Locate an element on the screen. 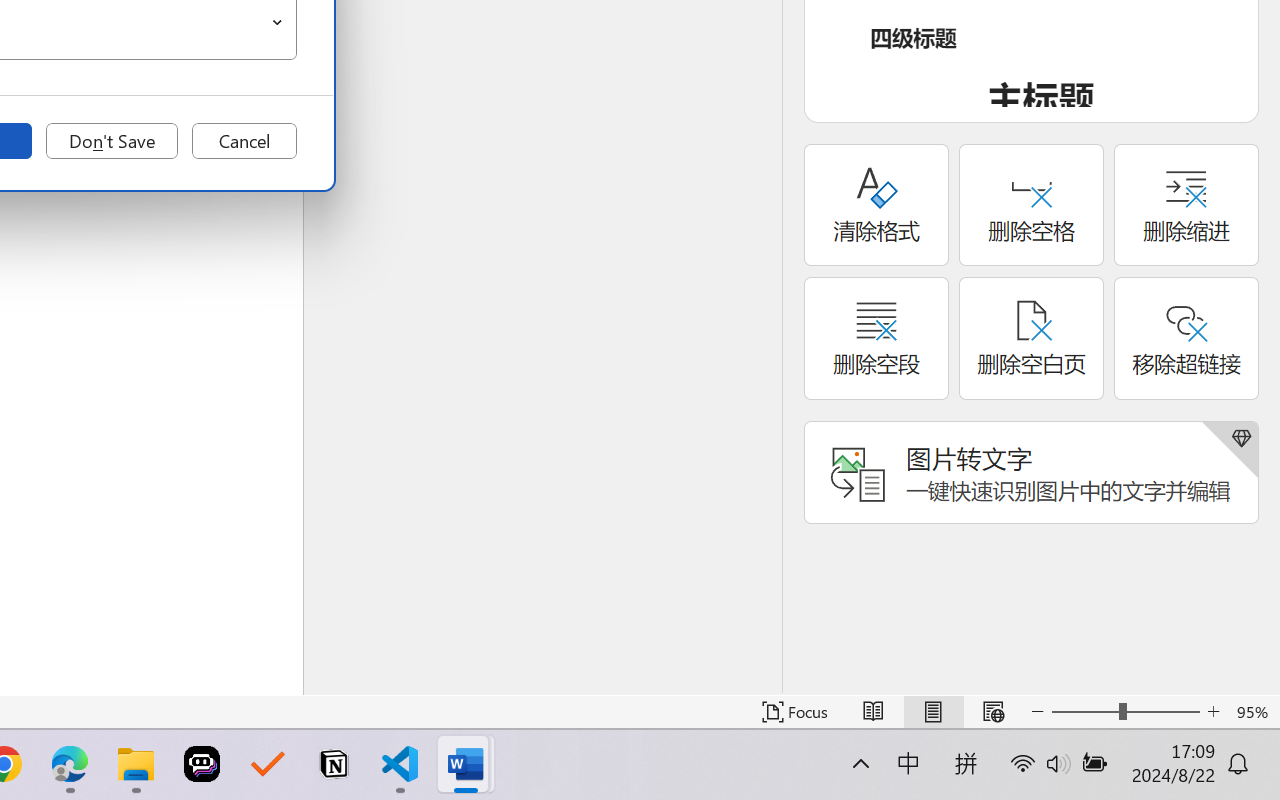 The width and height of the screenshot is (1280, 800). 'Cancel' is located at coordinates (243, 141).